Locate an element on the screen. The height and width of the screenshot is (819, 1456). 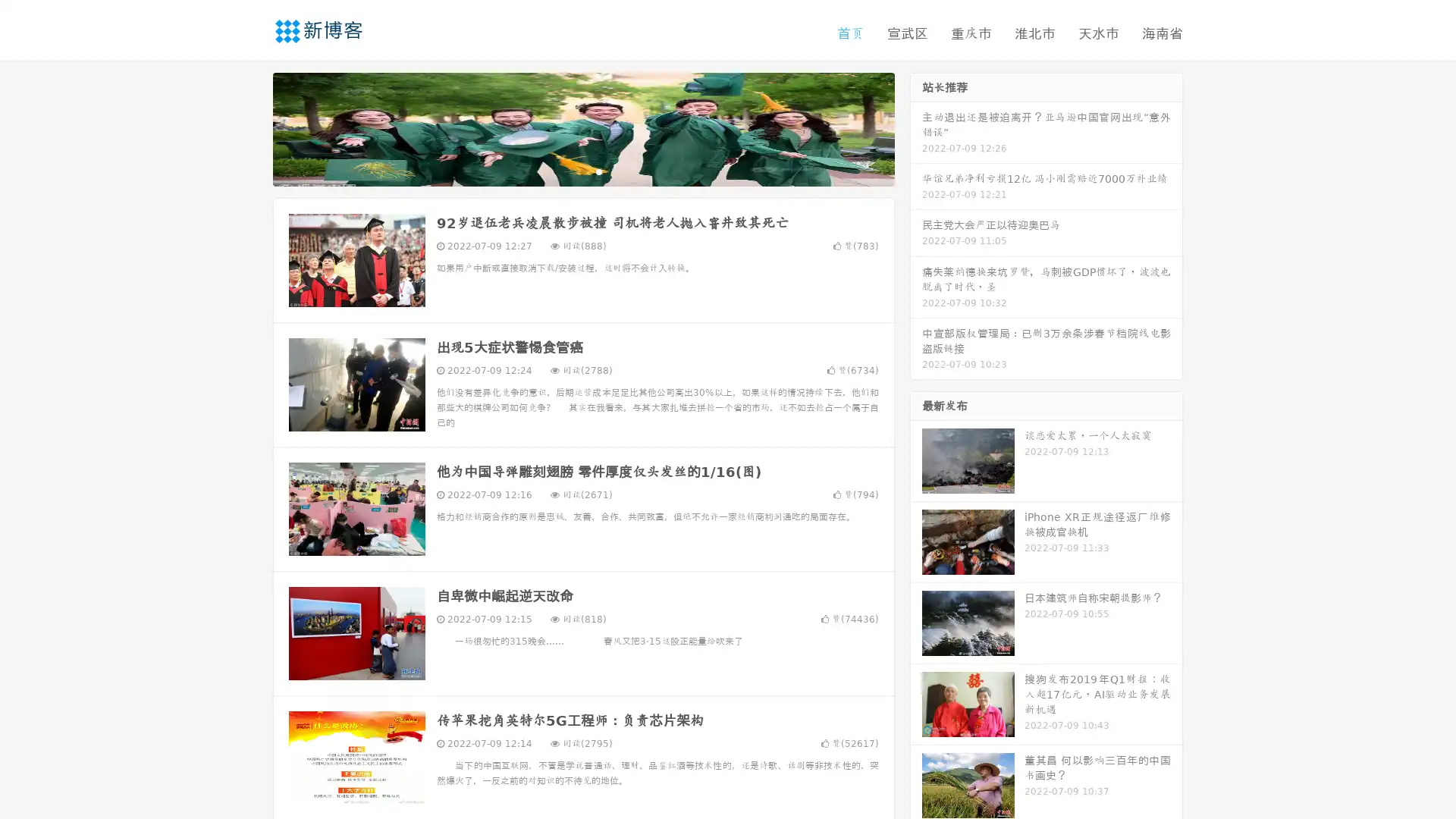
Go to slide 2 is located at coordinates (582, 171).